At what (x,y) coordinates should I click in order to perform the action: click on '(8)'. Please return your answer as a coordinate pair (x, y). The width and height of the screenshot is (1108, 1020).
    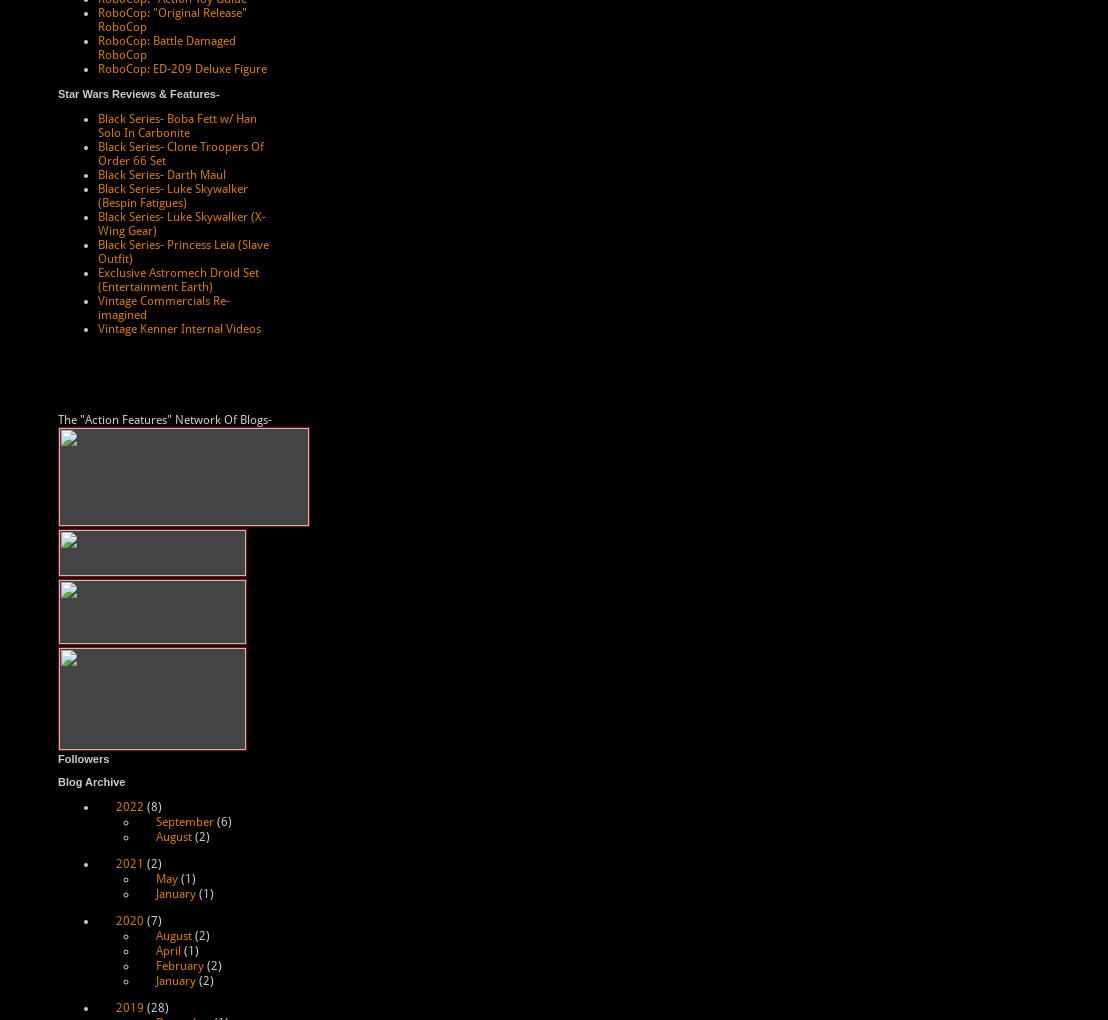
    Looking at the image, I should click on (152, 806).